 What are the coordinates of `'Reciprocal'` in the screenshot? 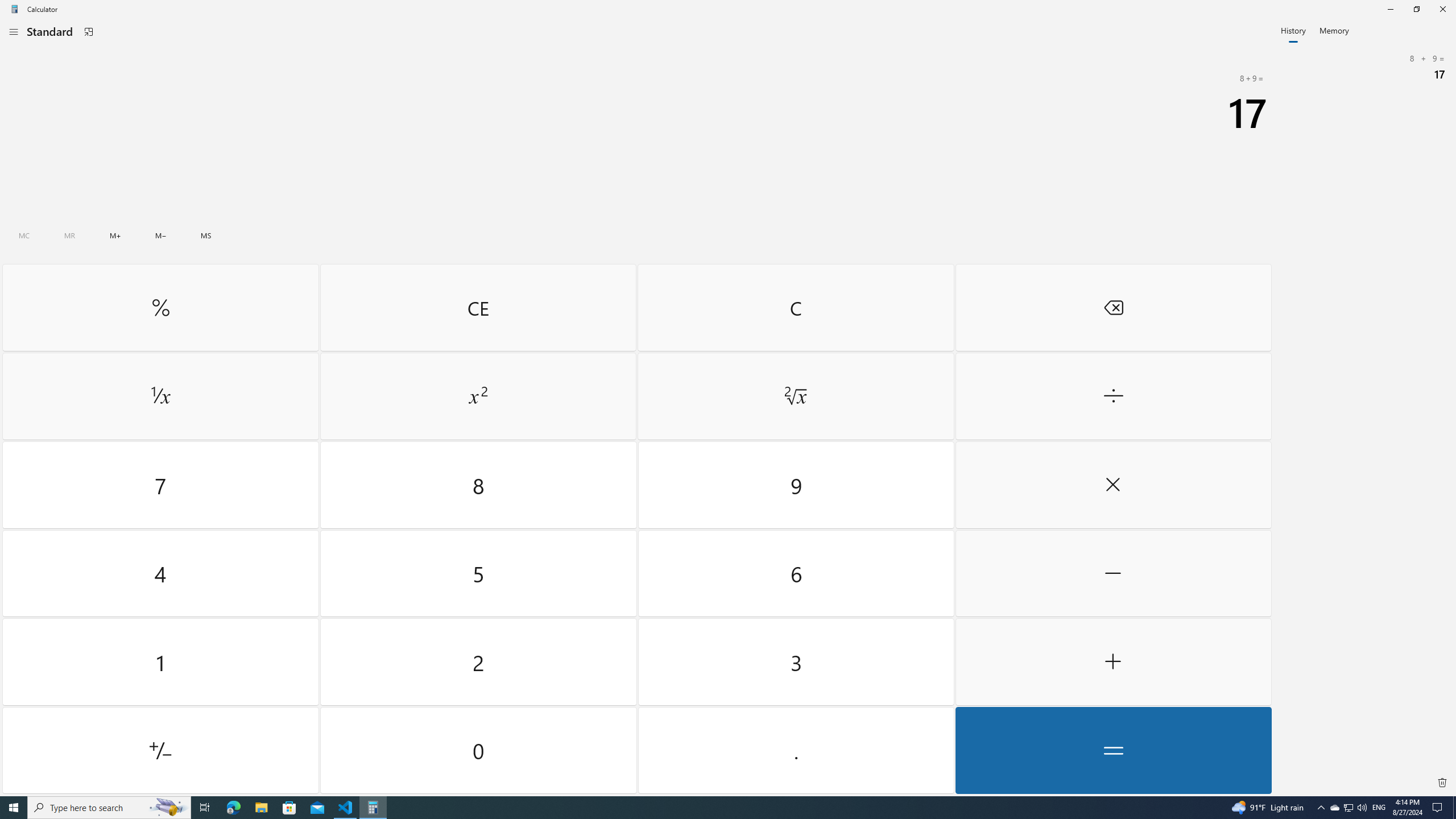 It's located at (160, 396).